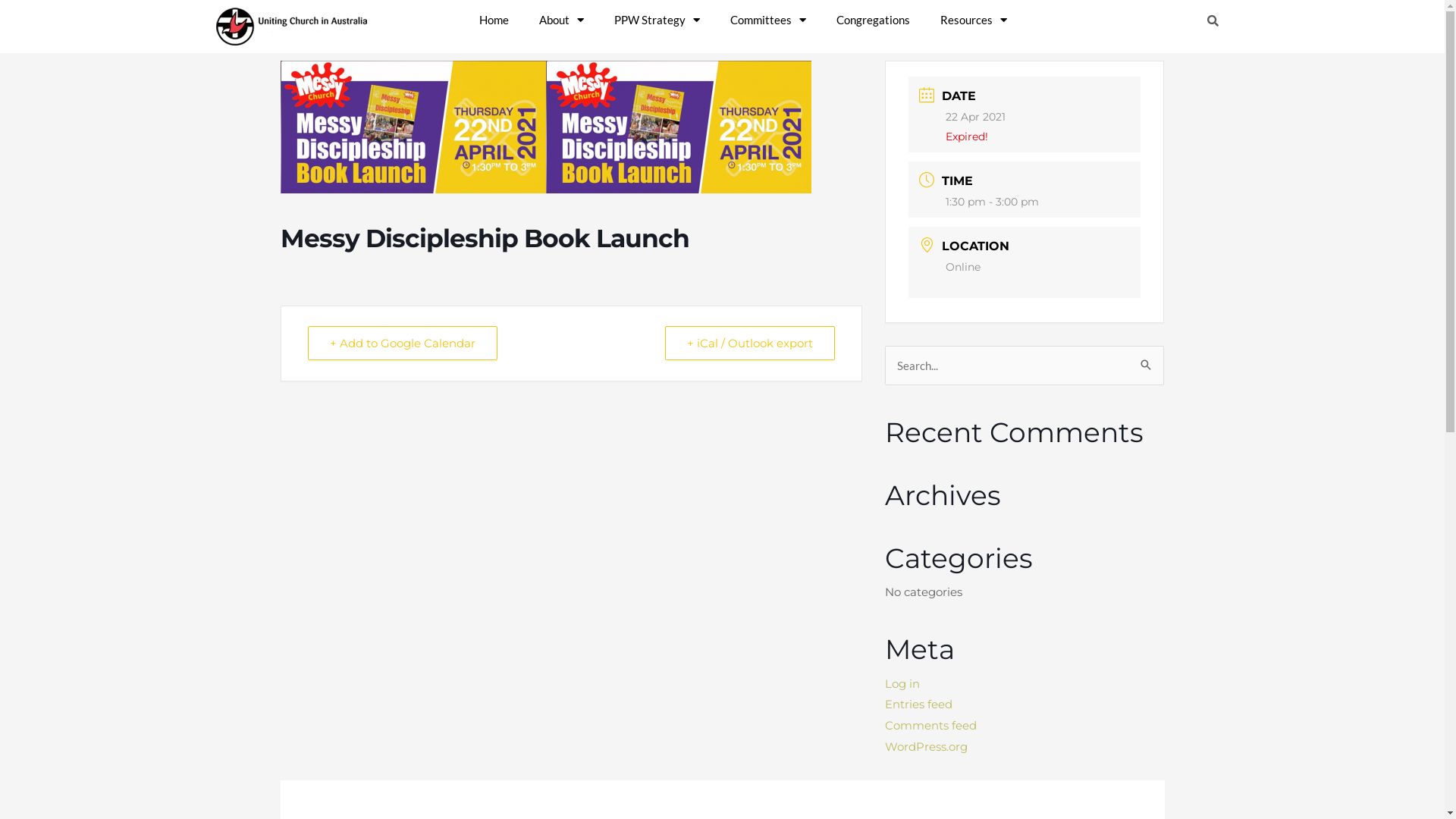 This screenshot has height=819, width=1456. What do you see at coordinates (657, 20) in the screenshot?
I see `'PPW Strategy'` at bounding box center [657, 20].